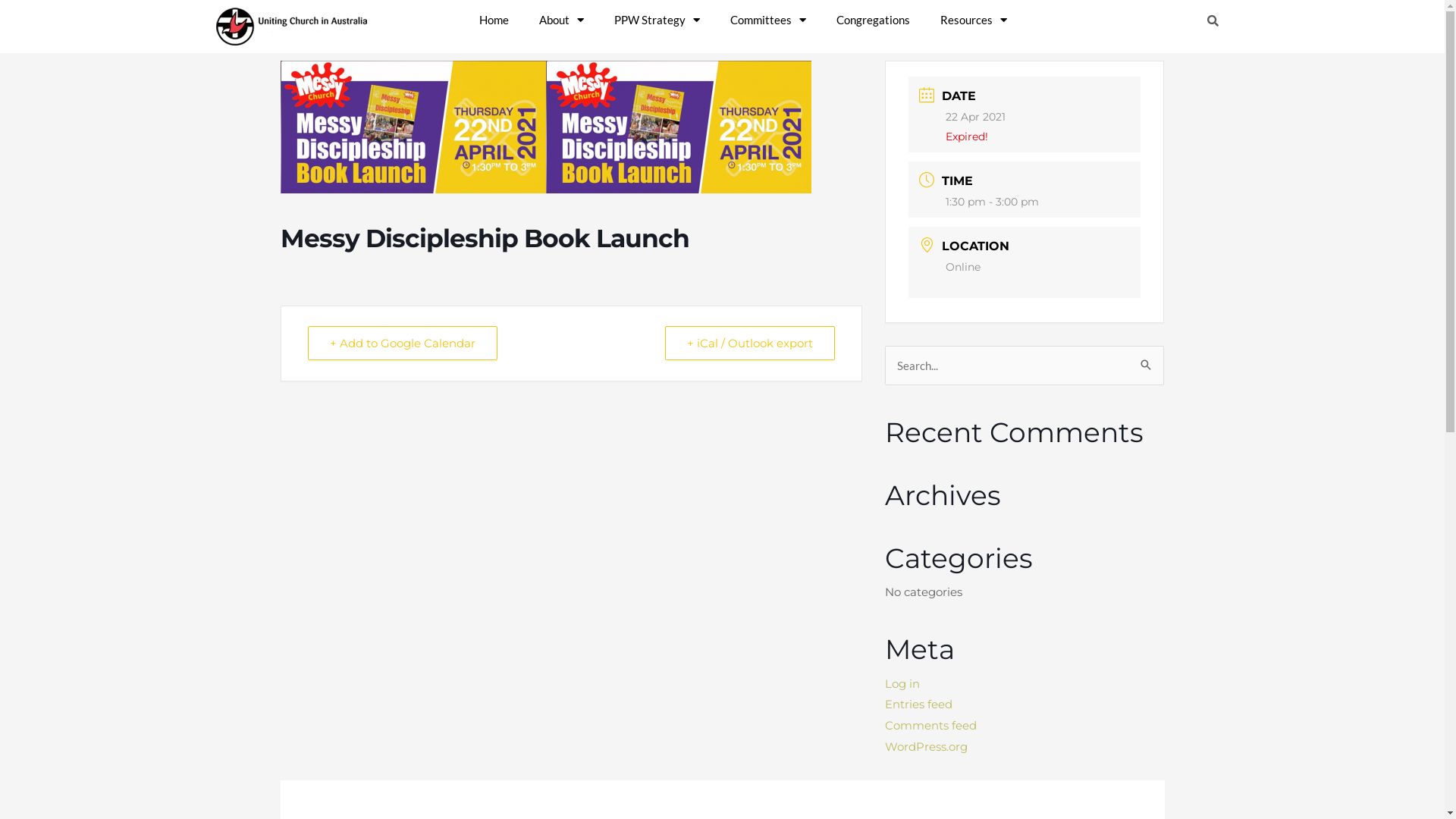 This screenshot has height=819, width=1456. What do you see at coordinates (657, 20) in the screenshot?
I see `'PPW Strategy'` at bounding box center [657, 20].